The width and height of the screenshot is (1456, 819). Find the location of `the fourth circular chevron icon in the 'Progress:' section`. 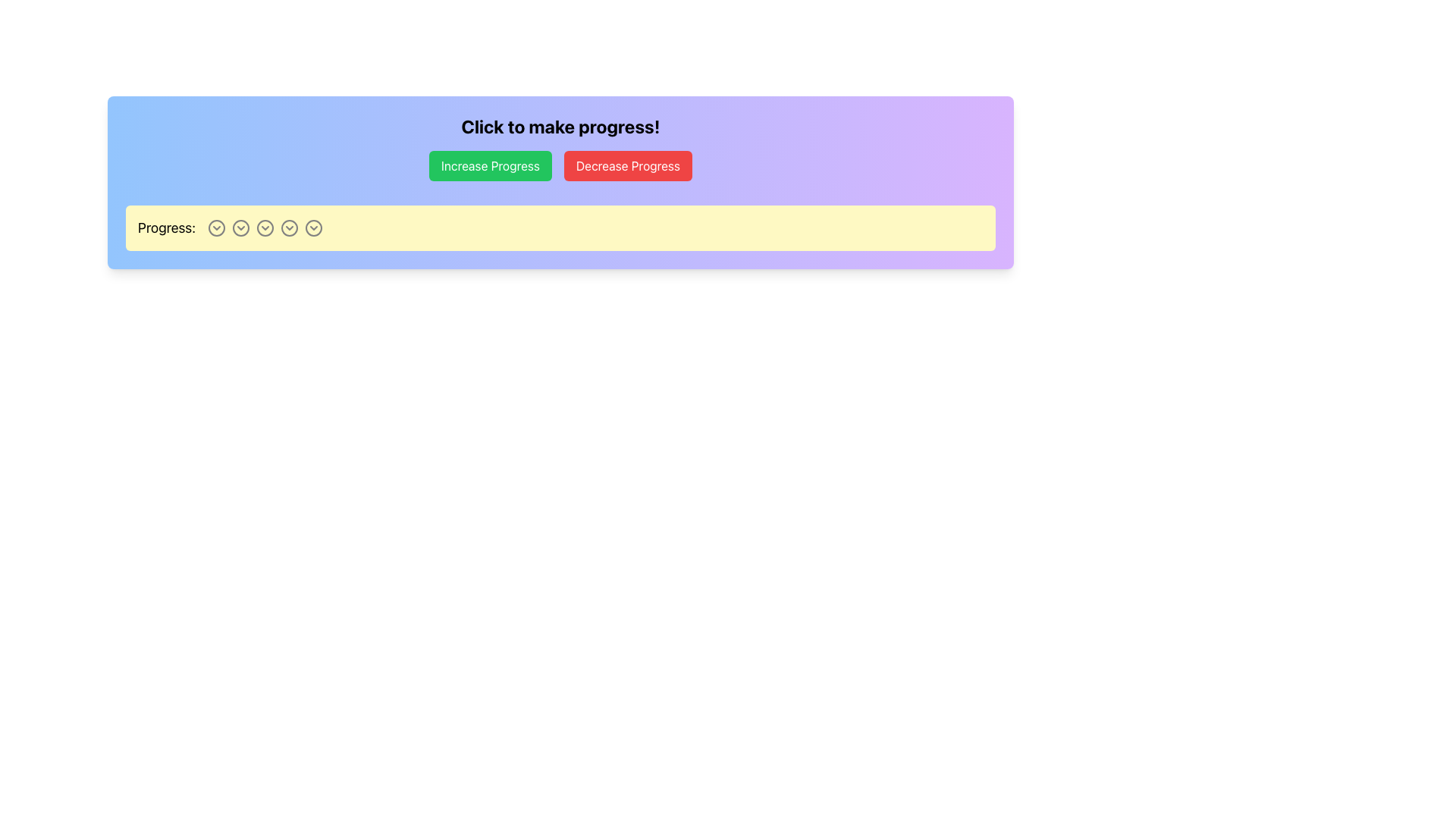

the fourth circular chevron icon in the 'Progress:' section is located at coordinates (290, 227).